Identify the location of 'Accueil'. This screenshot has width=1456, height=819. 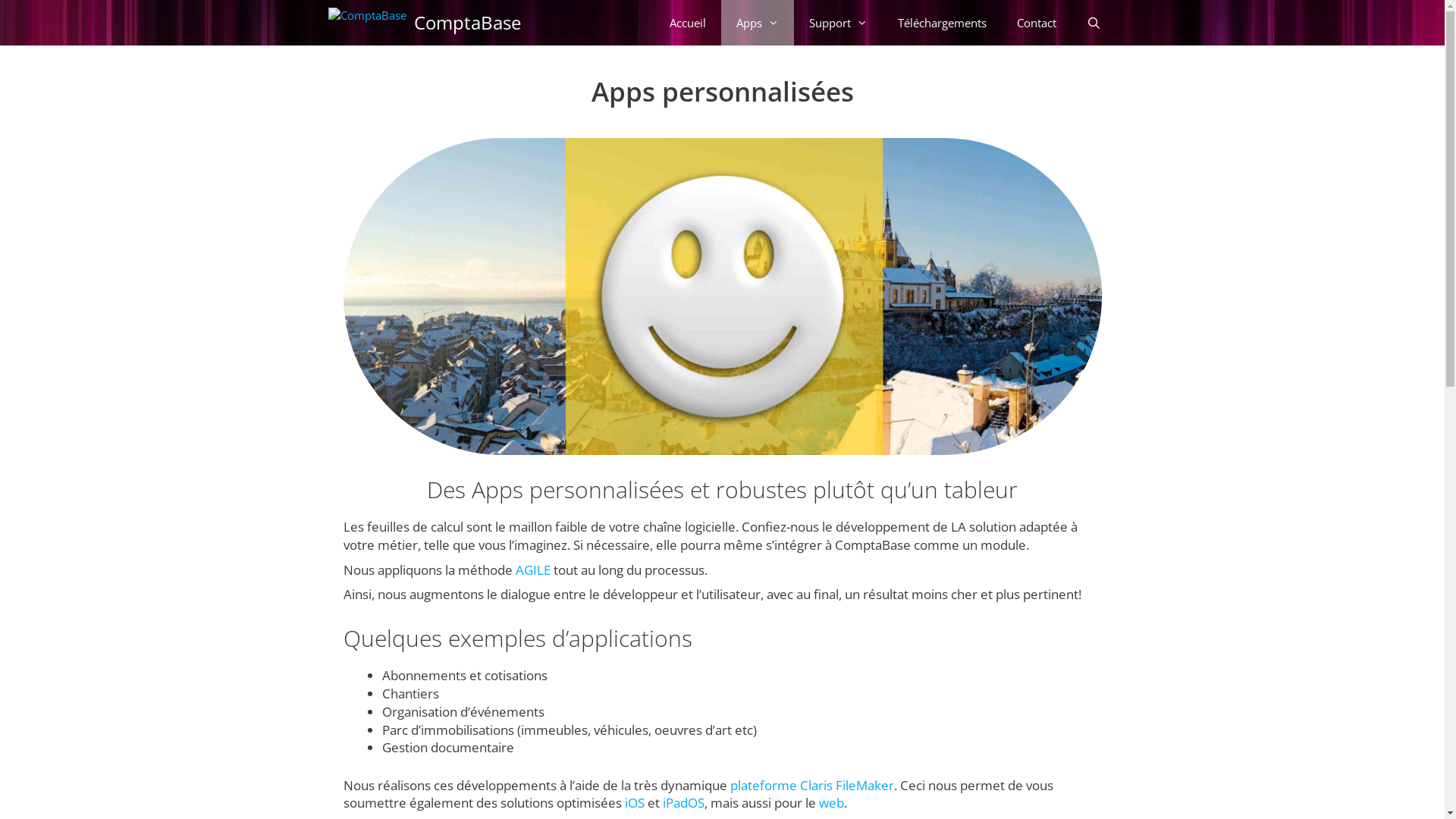
(687, 23).